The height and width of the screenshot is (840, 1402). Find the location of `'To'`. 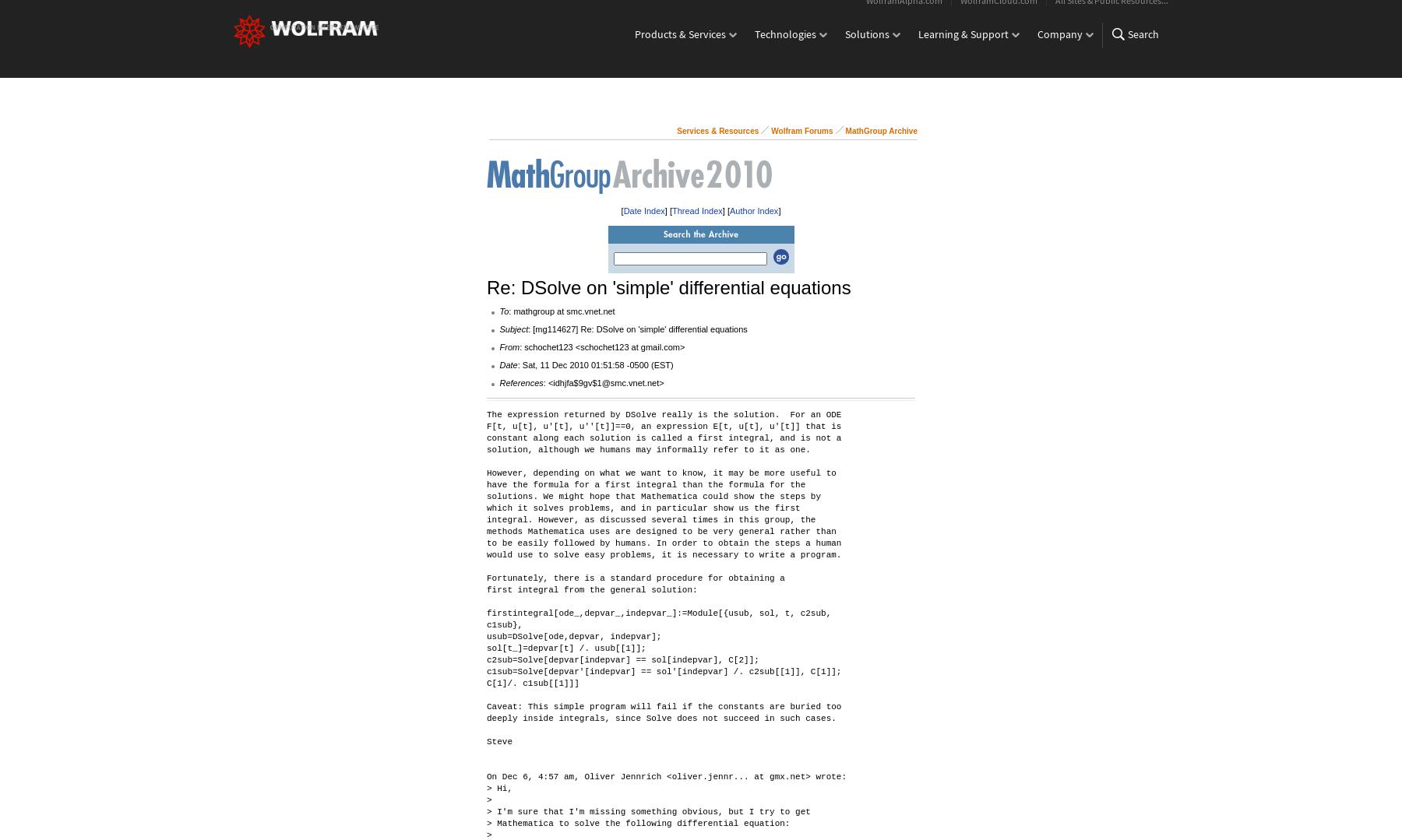

'To' is located at coordinates (503, 310).